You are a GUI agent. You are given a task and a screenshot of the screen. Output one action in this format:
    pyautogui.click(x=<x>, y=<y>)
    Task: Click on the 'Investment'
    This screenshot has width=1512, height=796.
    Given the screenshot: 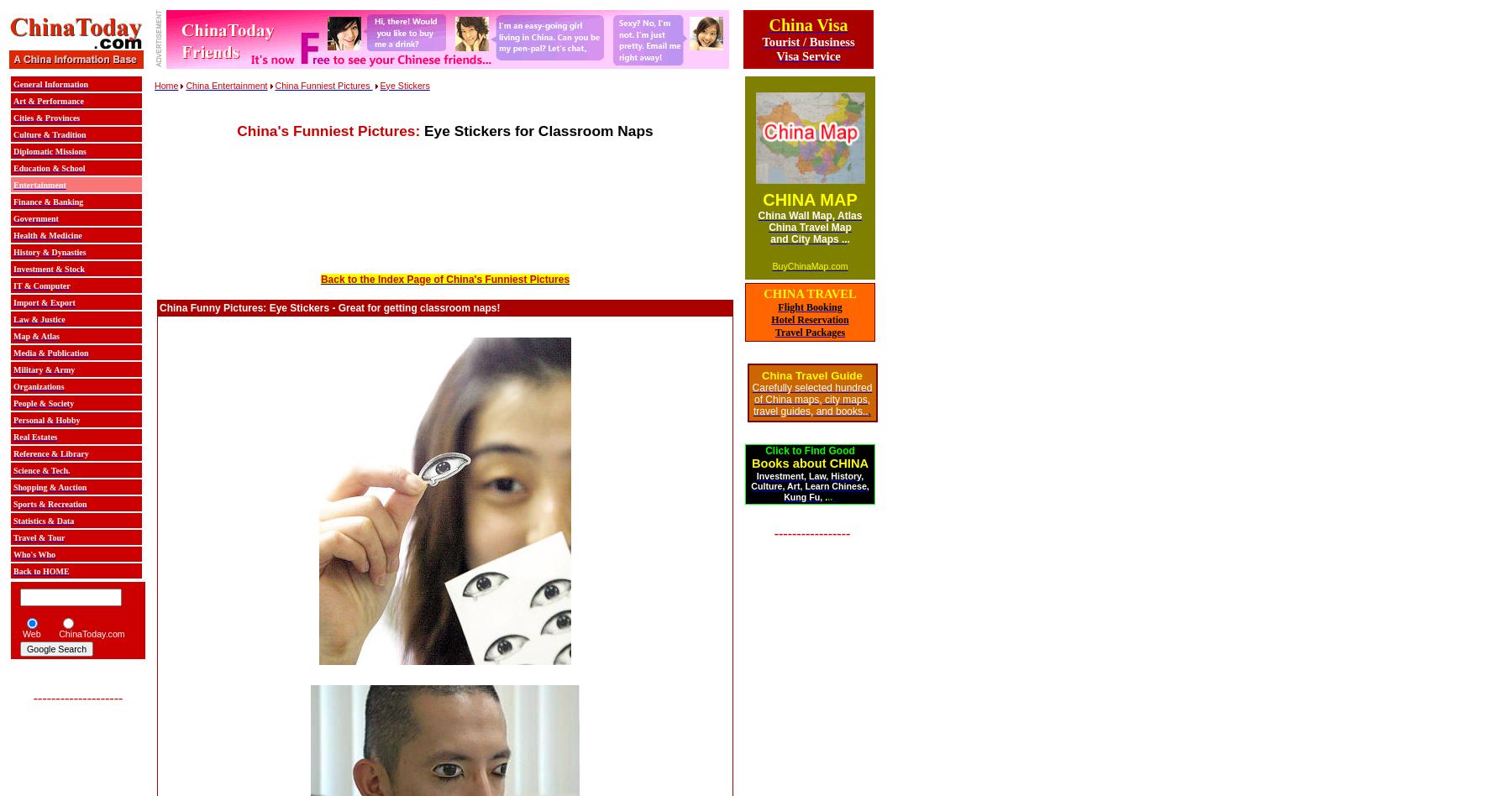 What is the action you would take?
    pyautogui.click(x=779, y=475)
    